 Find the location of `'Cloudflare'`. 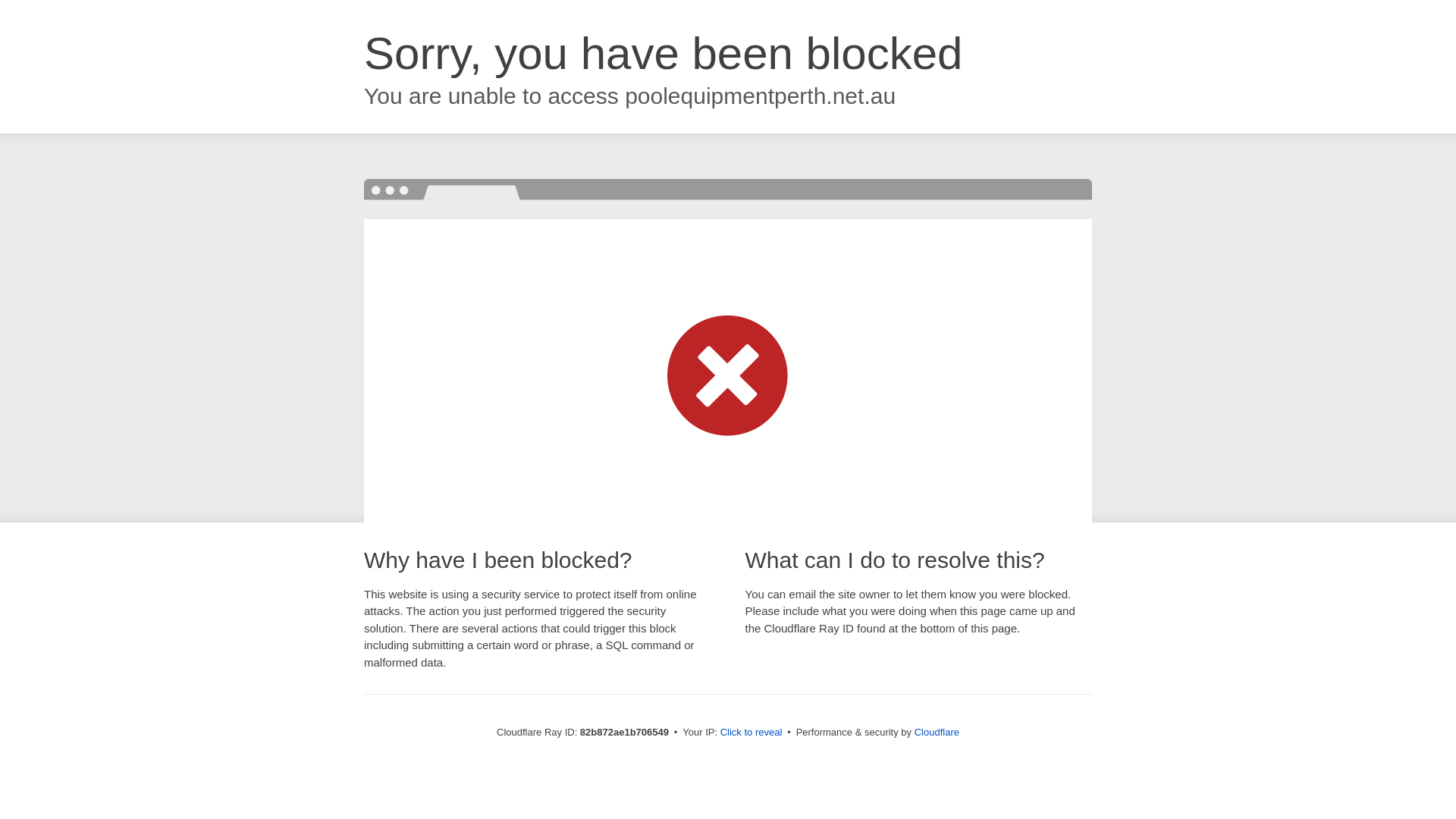

'Cloudflare' is located at coordinates (936, 731).